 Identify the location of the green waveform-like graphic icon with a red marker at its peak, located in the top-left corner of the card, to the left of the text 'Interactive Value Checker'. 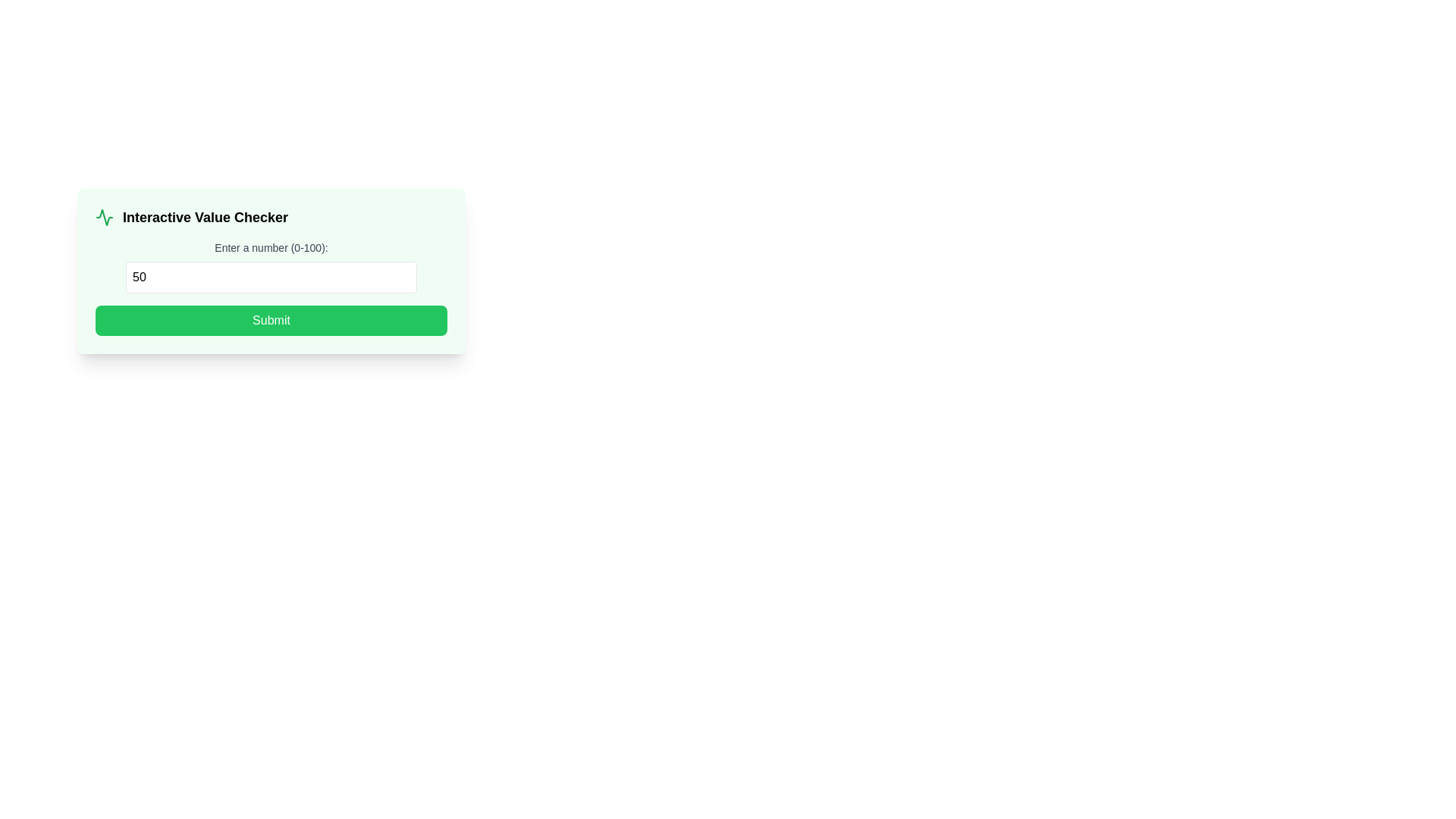
(104, 217).